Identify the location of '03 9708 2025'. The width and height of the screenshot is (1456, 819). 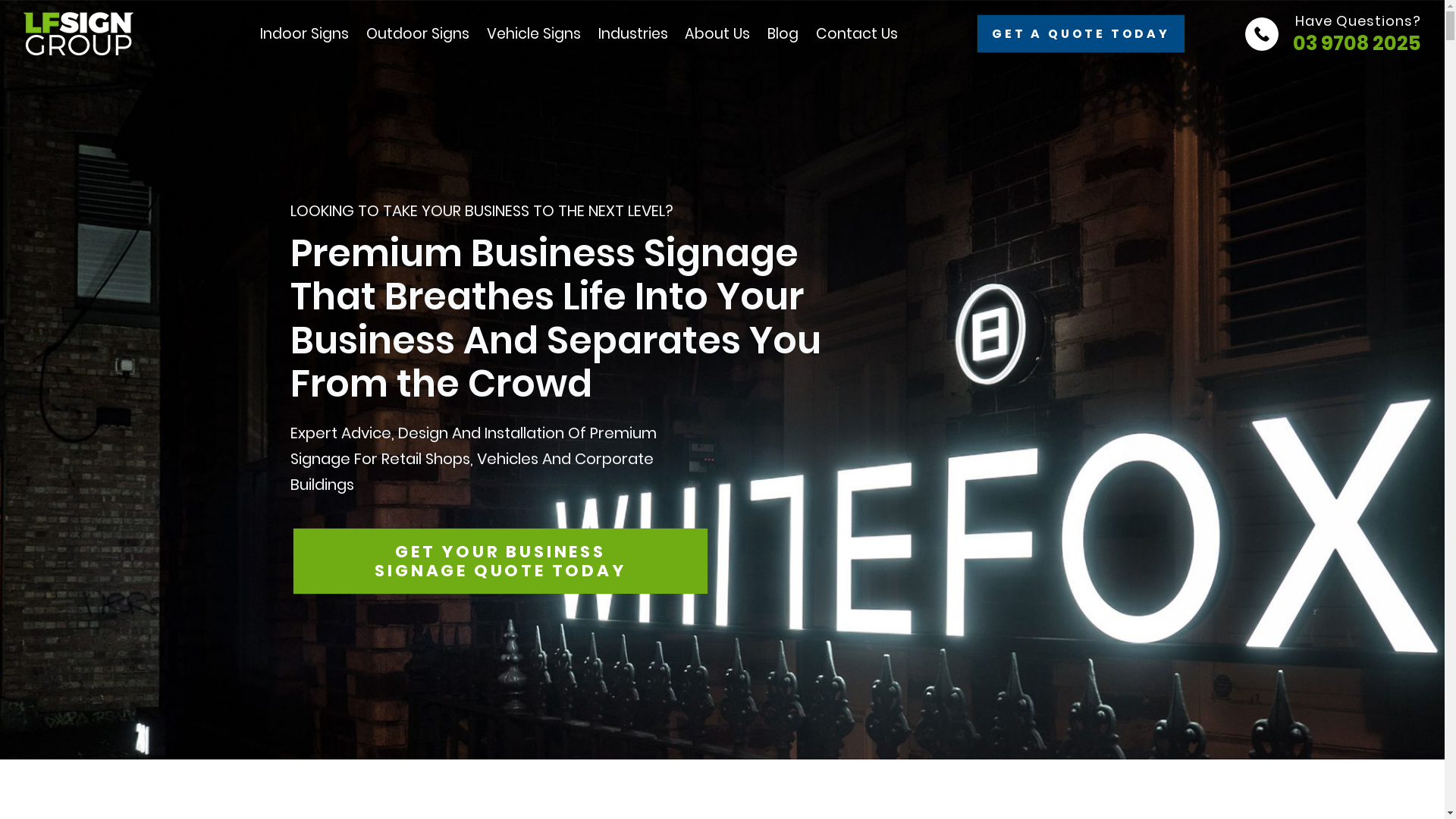
(1291, 42).